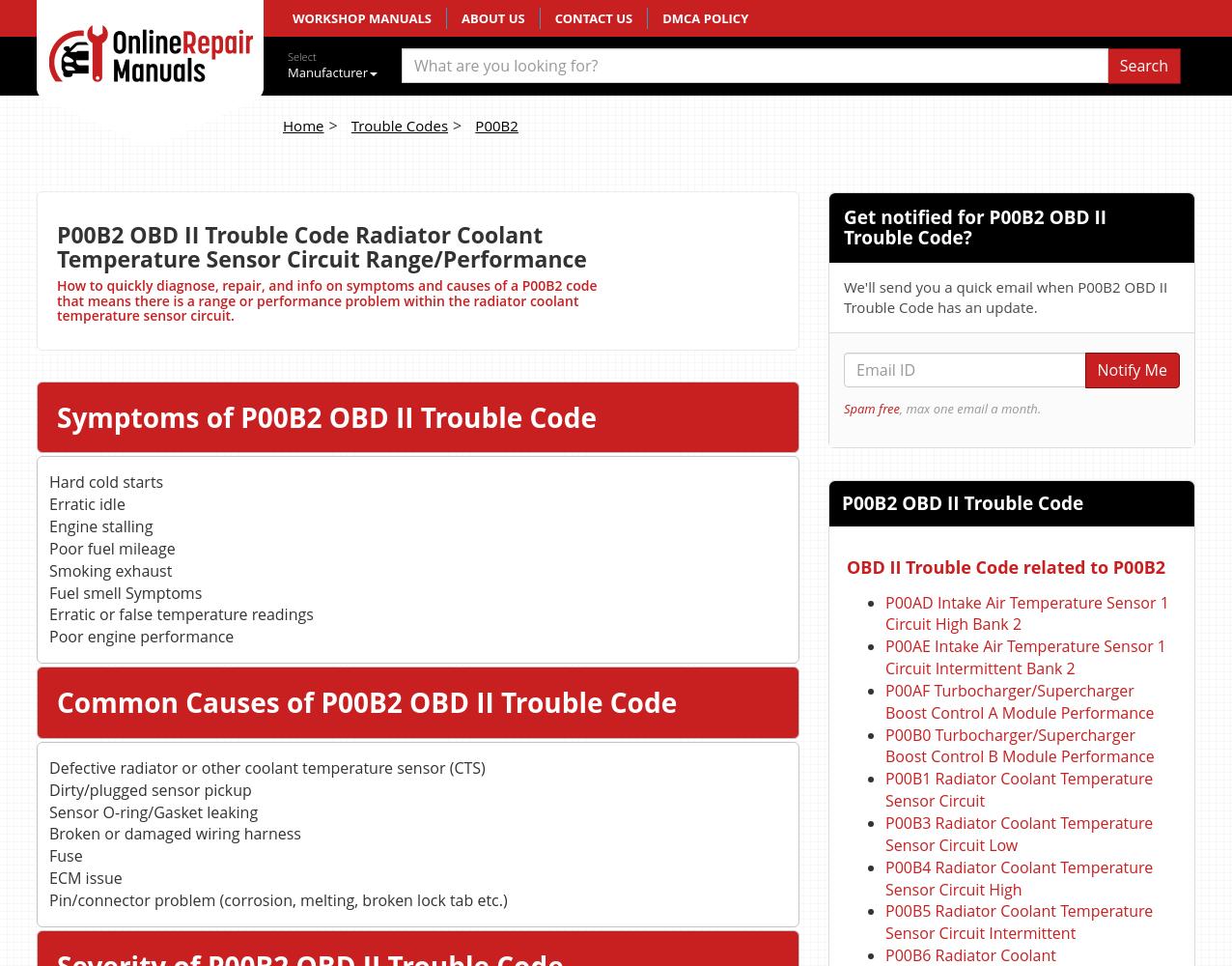 The width and height of the screenshot is (1232, 966). What do you see at coordinates (884, 788) in the screenshot?
I see `'P00B1 Radiator Coolant Temperature Sensor Circuit'` at bounding box center [884, 788].